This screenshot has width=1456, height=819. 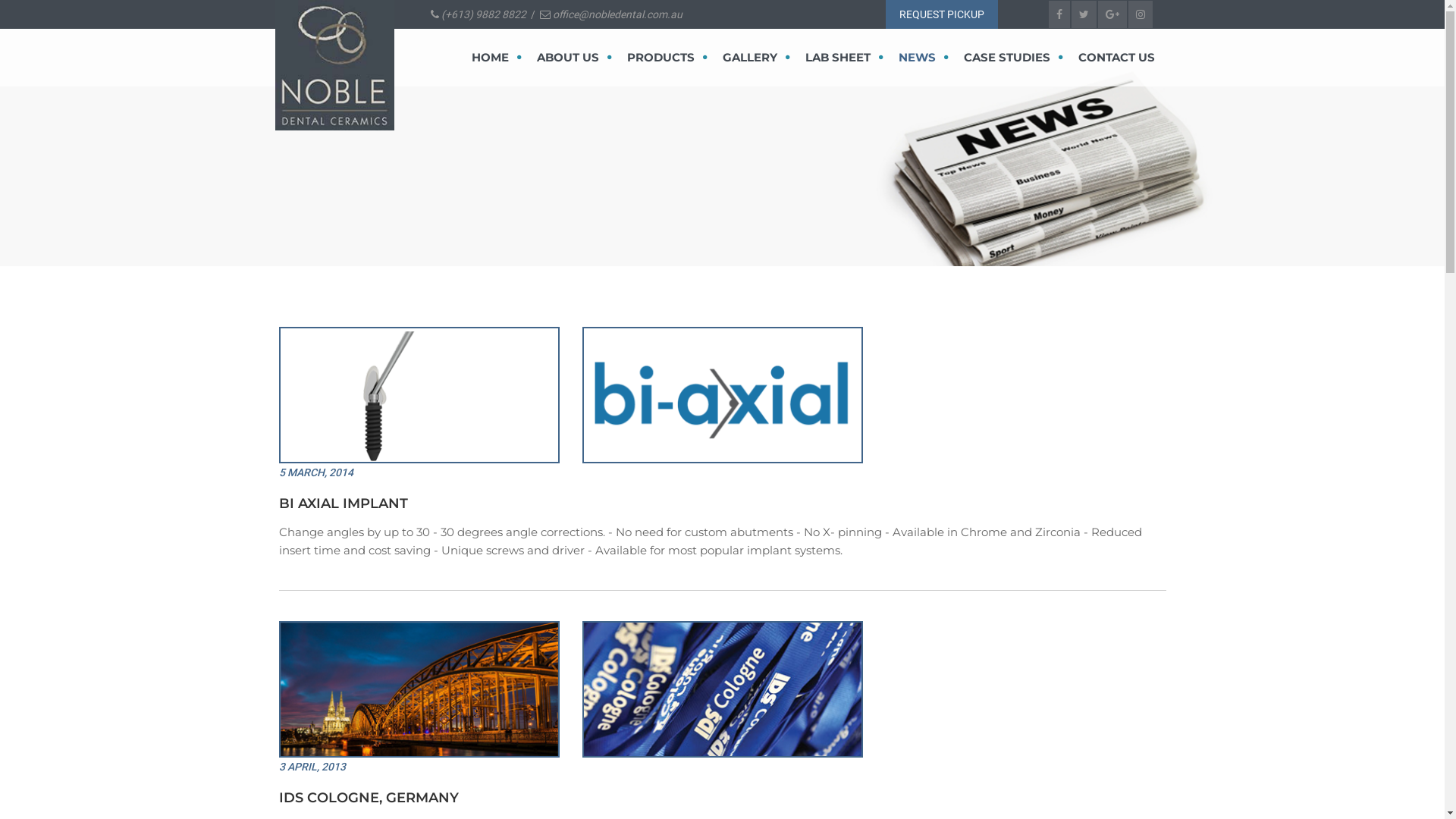 What do you see at coordinates (1012, 57) in the screenshot?
I see `'CASE STUDIES'` at bounding box center [1012, 57].